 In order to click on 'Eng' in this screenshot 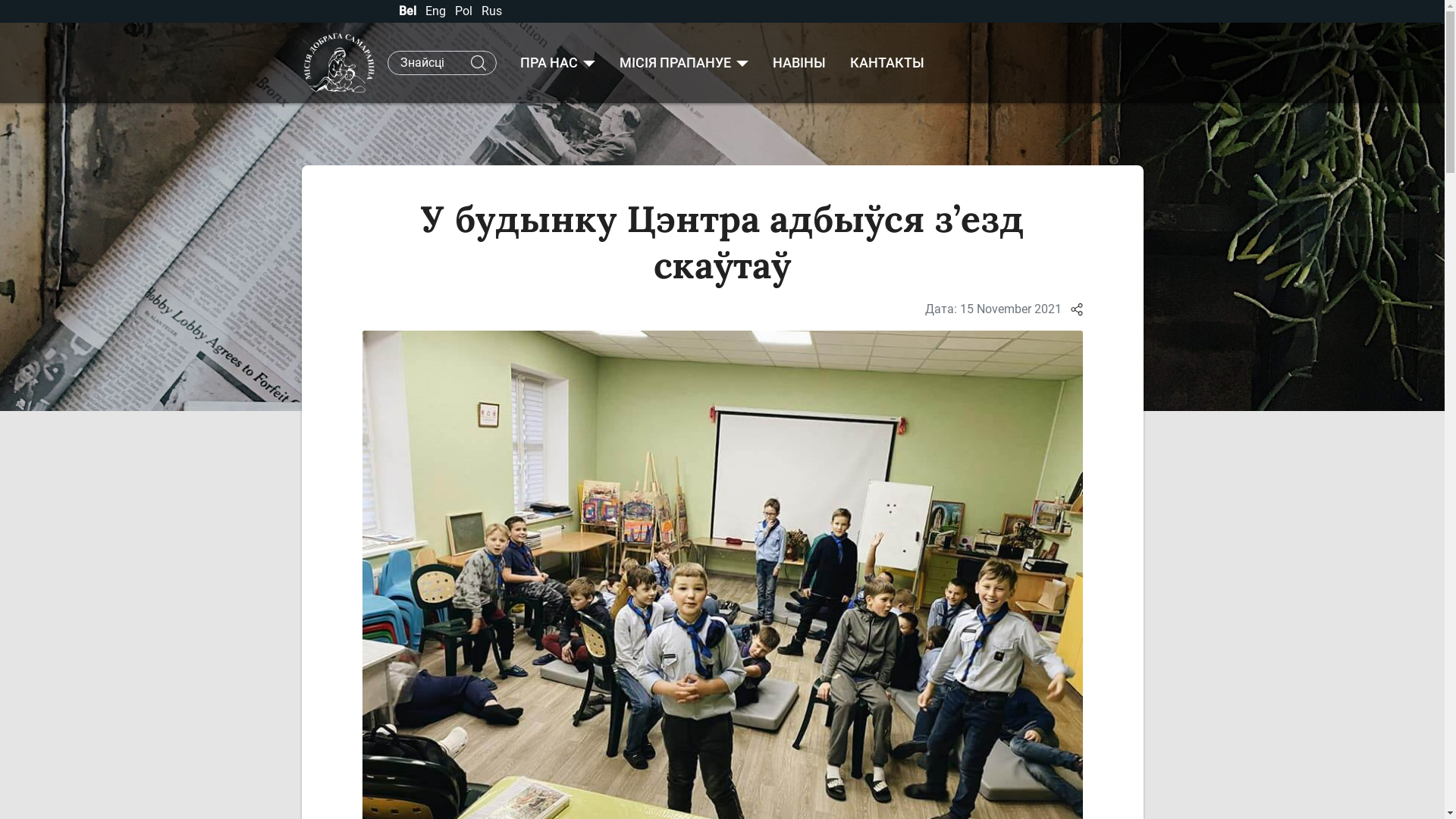, I will do `click(435, 11)`.